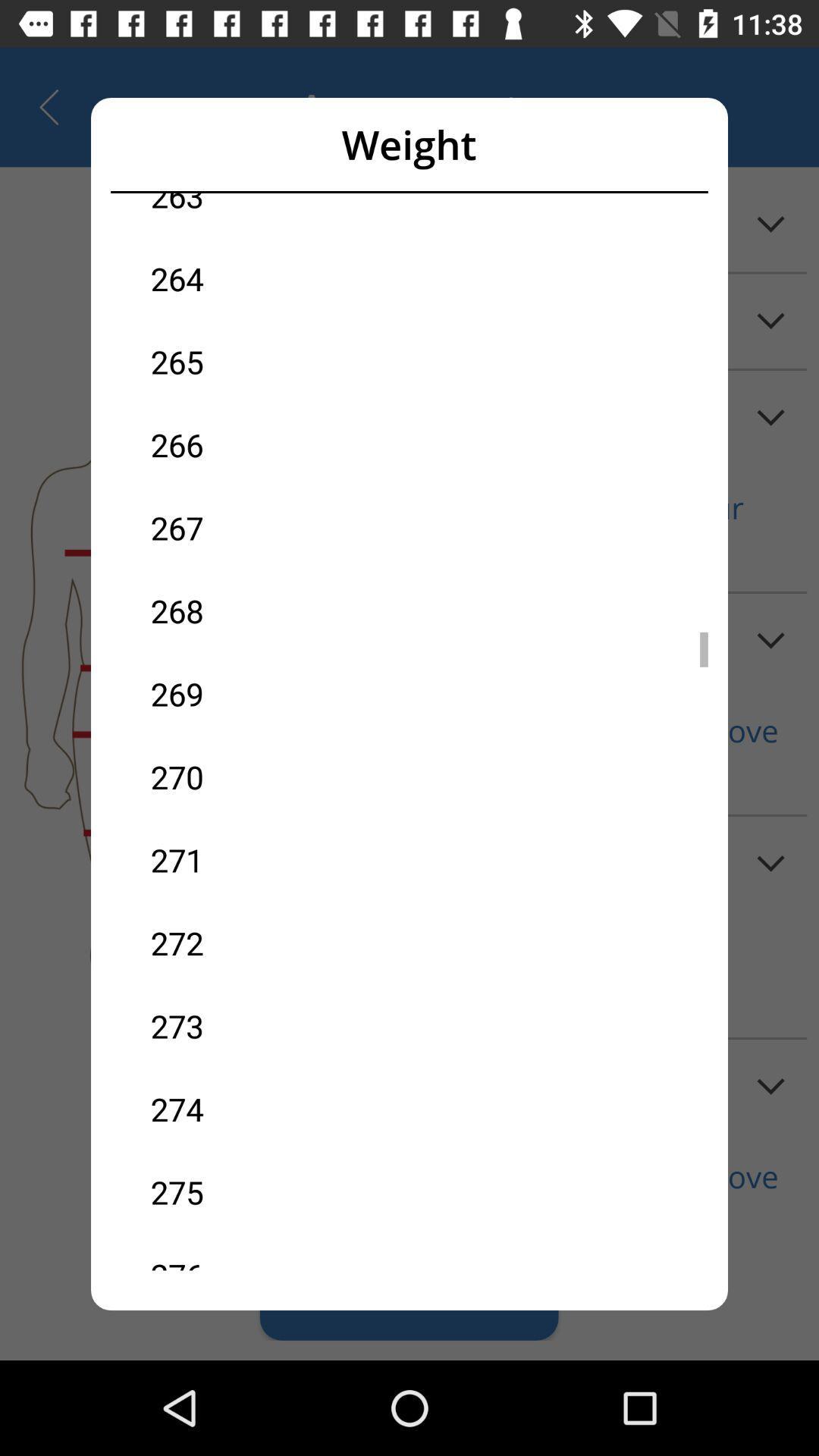 This screenshot has height=1456, width=819. Describe the element at coordinates (280, 777) in the screenshot. I see `270 item` at that location.